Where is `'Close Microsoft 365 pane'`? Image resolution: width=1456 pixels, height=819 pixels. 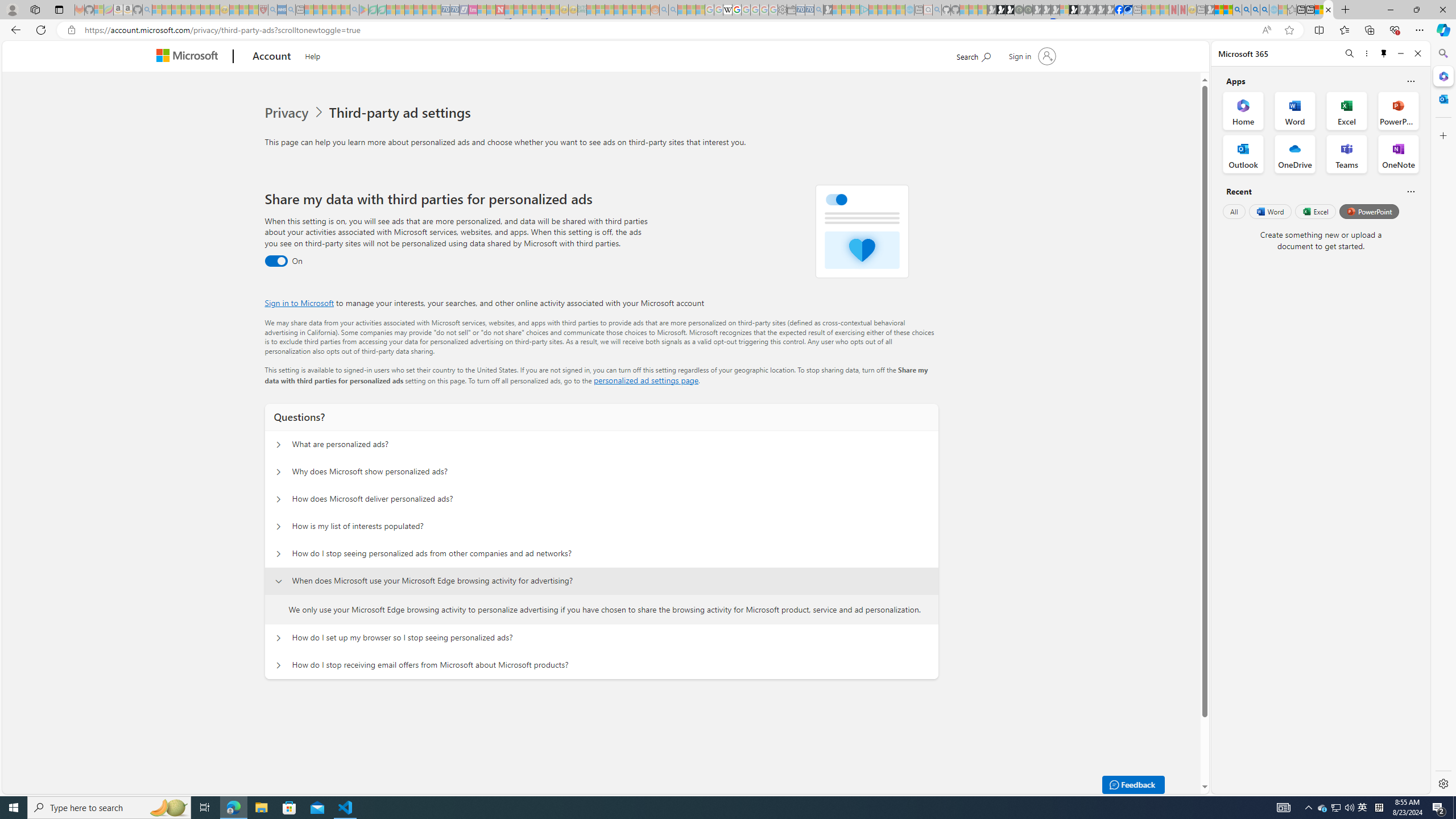
'Close Microsoft 365 pane' is located at coordinates (1442, 76).